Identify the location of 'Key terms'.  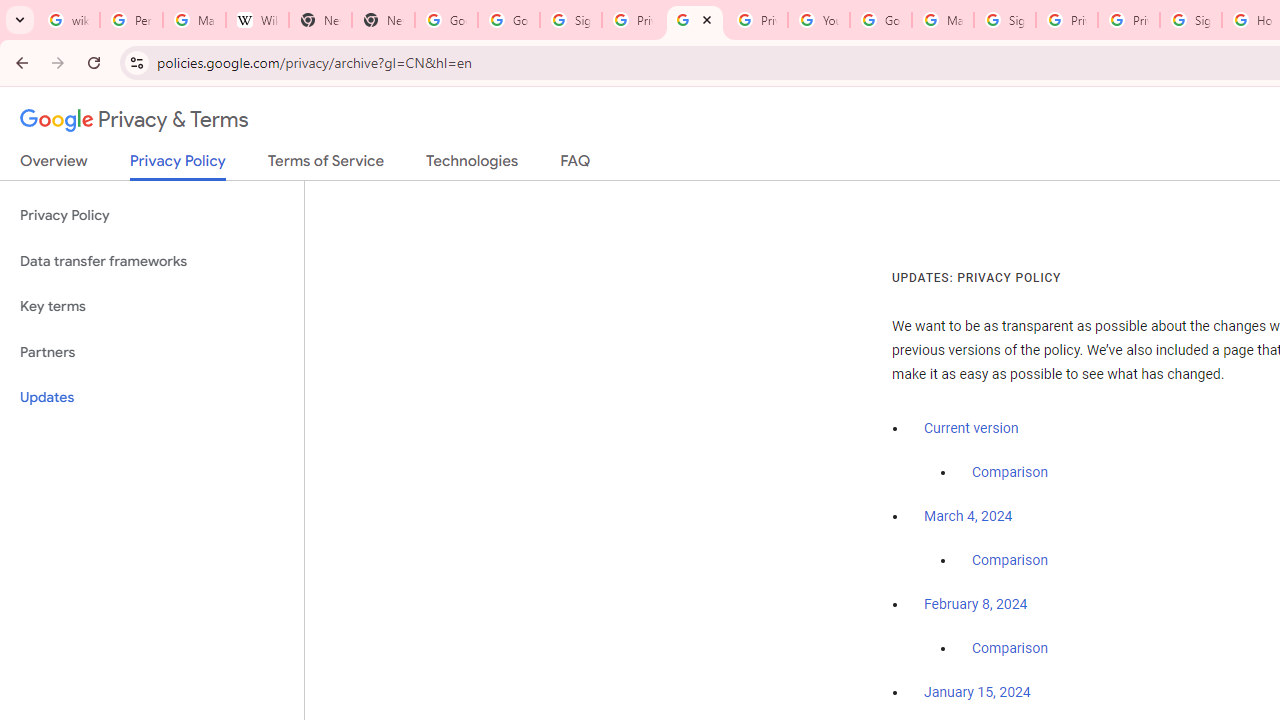
(151, 306).